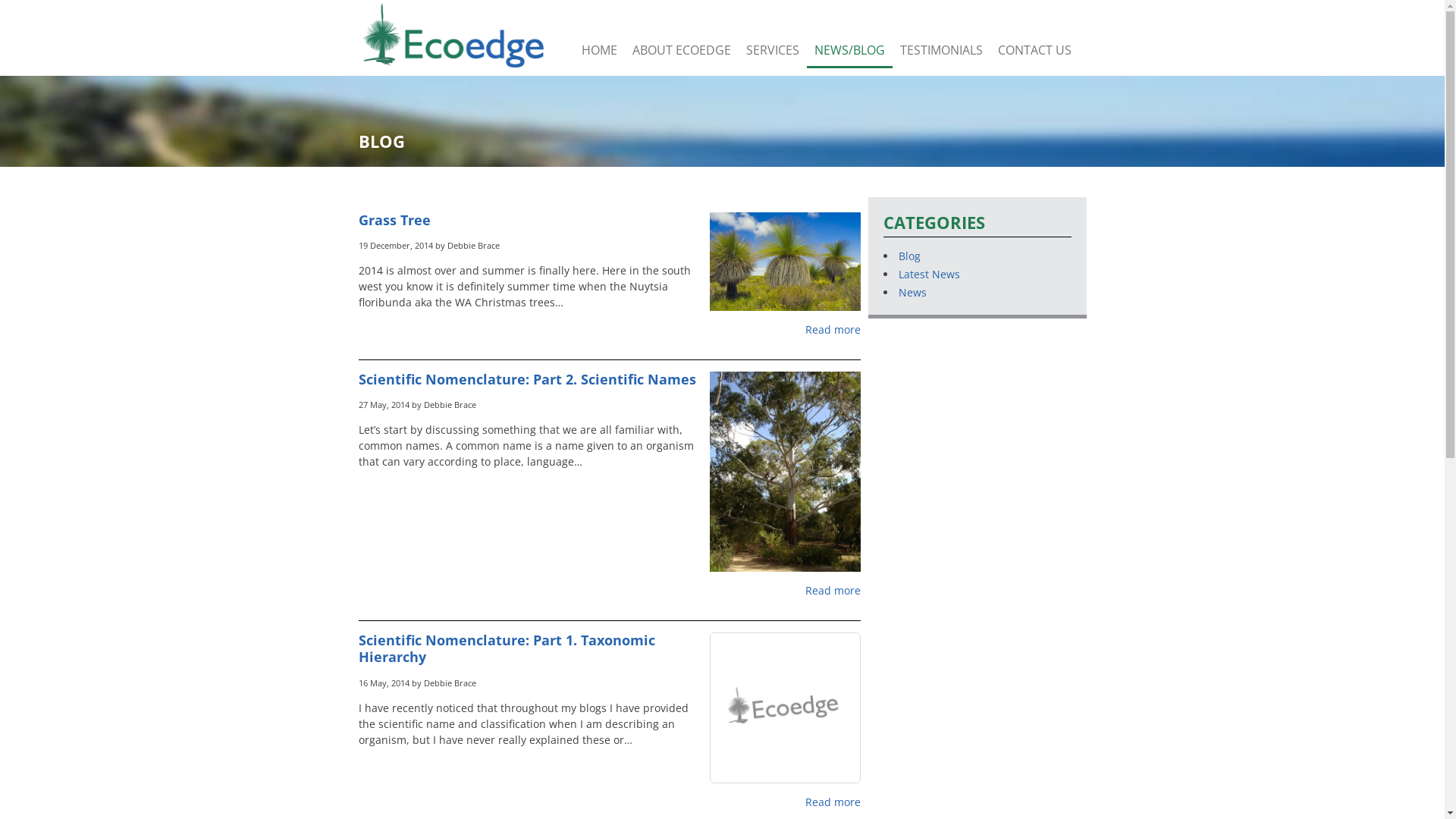 This screenshot has height=819, width=1456. Describe the element at coordinates (772, 50) in the screenshot. I see `'SERVICES'` at that location.